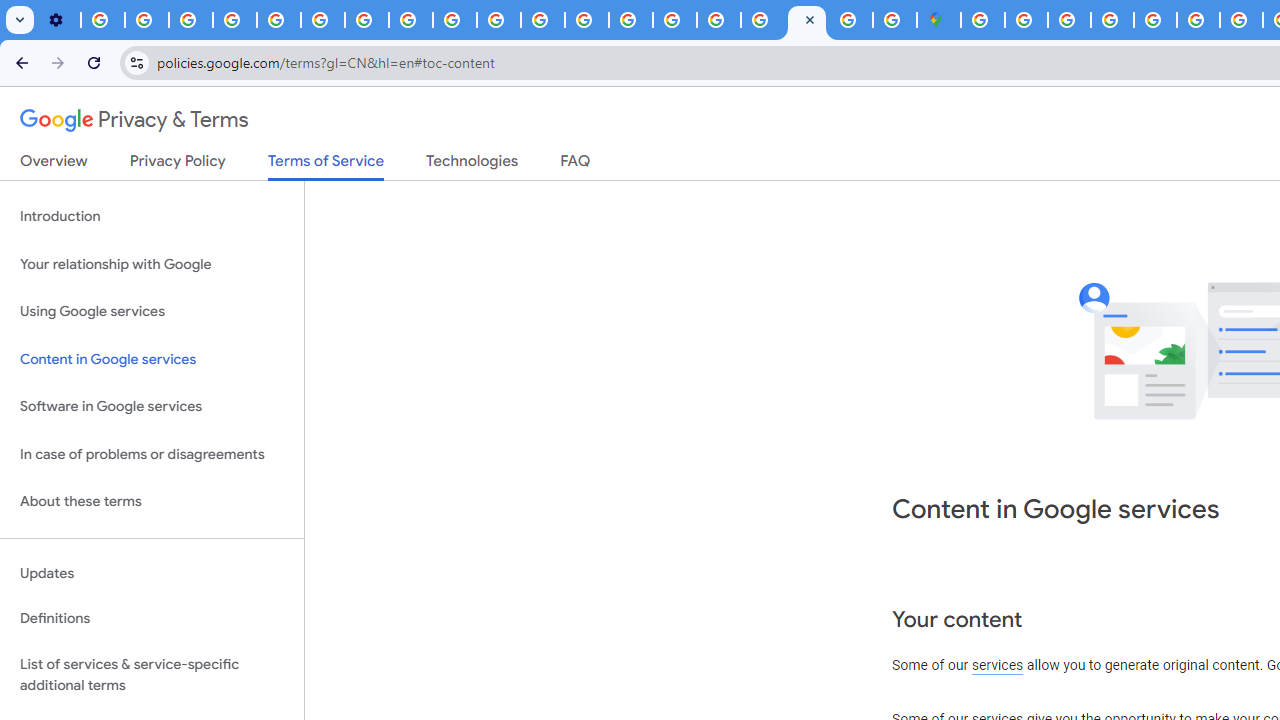 The image size is (1280, 720). Describe the element at coordinates (102, 20) in the screenshot. I see `'Delete photos & videos - Computer - Google Photos Help'` at that location.